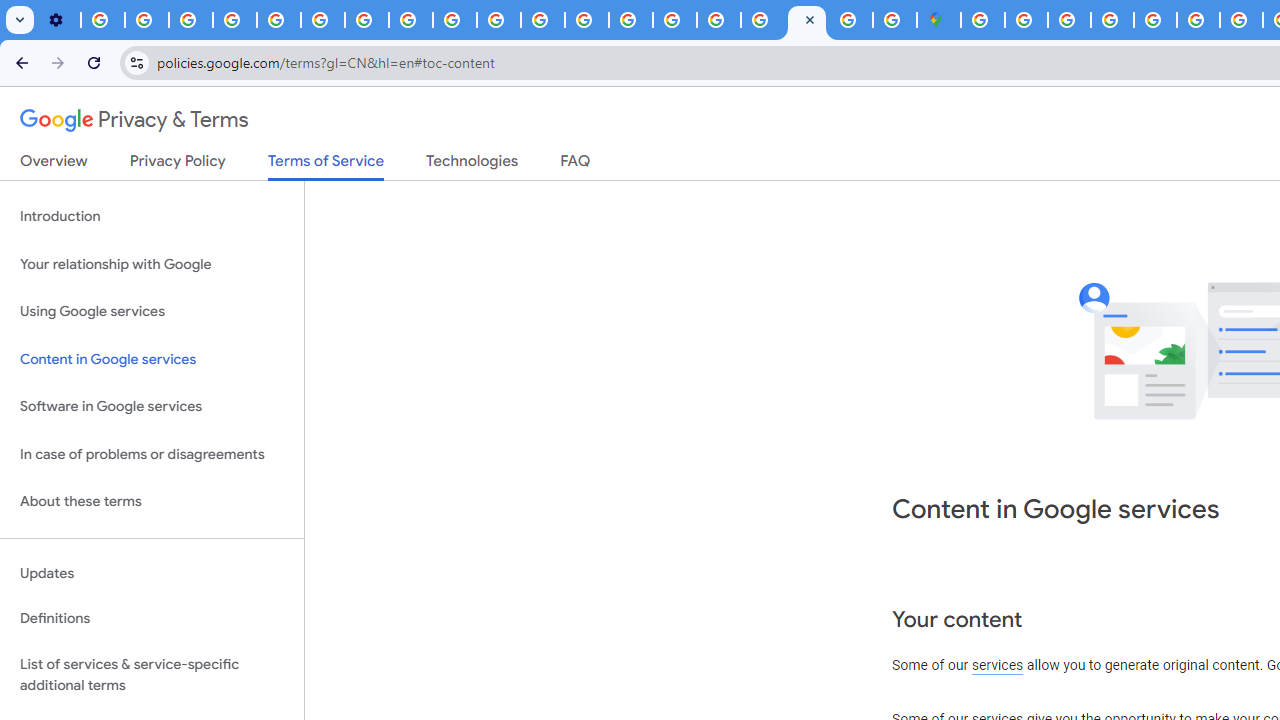 The image size is (1280, 720). Describe the element at coordinates (102, 20) in the screenshot. I see `'Delete photos & videos - Computer - Google Photos Help'` at that location.